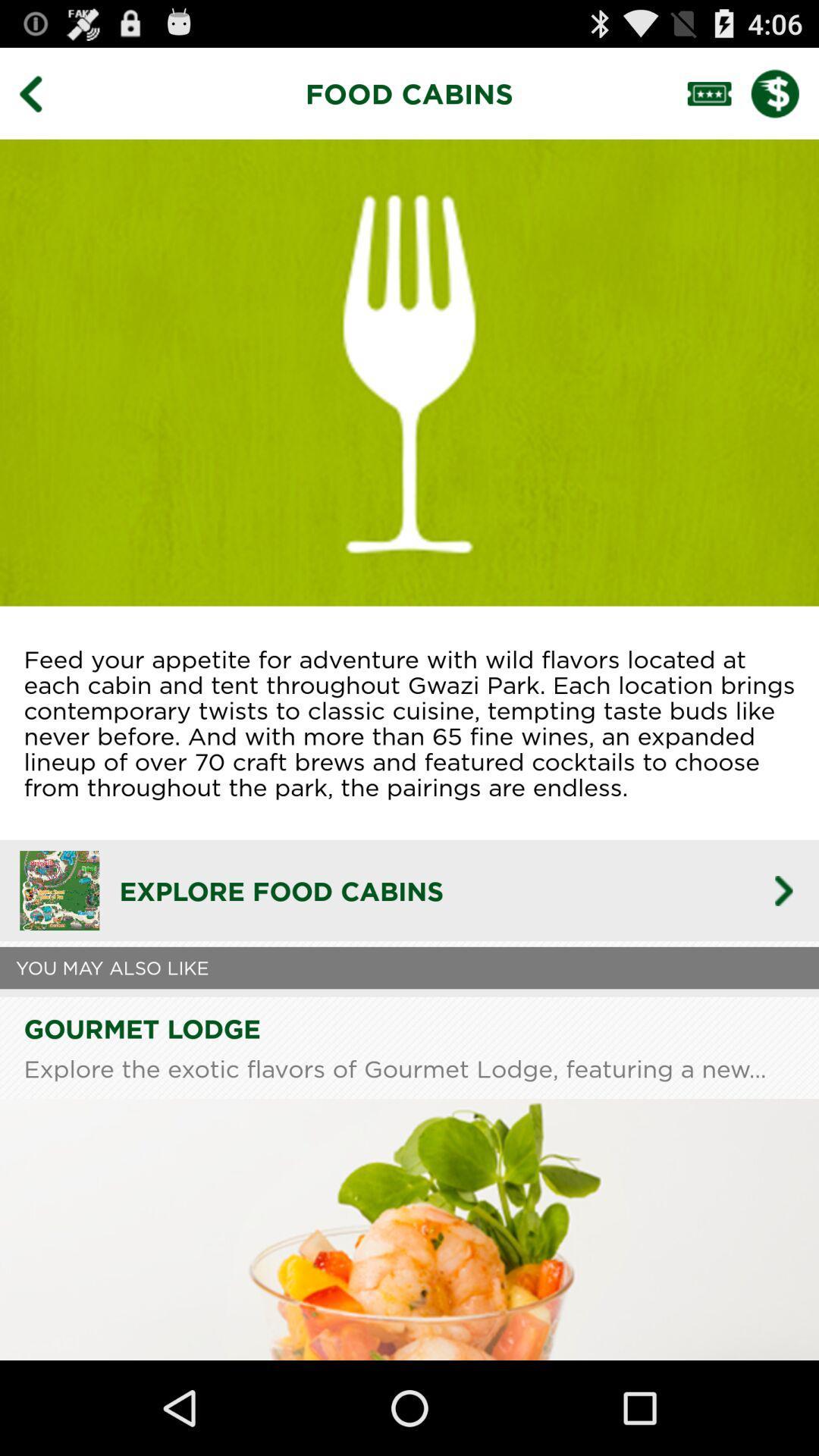  What do you see at coordinates (785, 93) in the screenshot?
I see `donate` at bounding box center [785, 93].